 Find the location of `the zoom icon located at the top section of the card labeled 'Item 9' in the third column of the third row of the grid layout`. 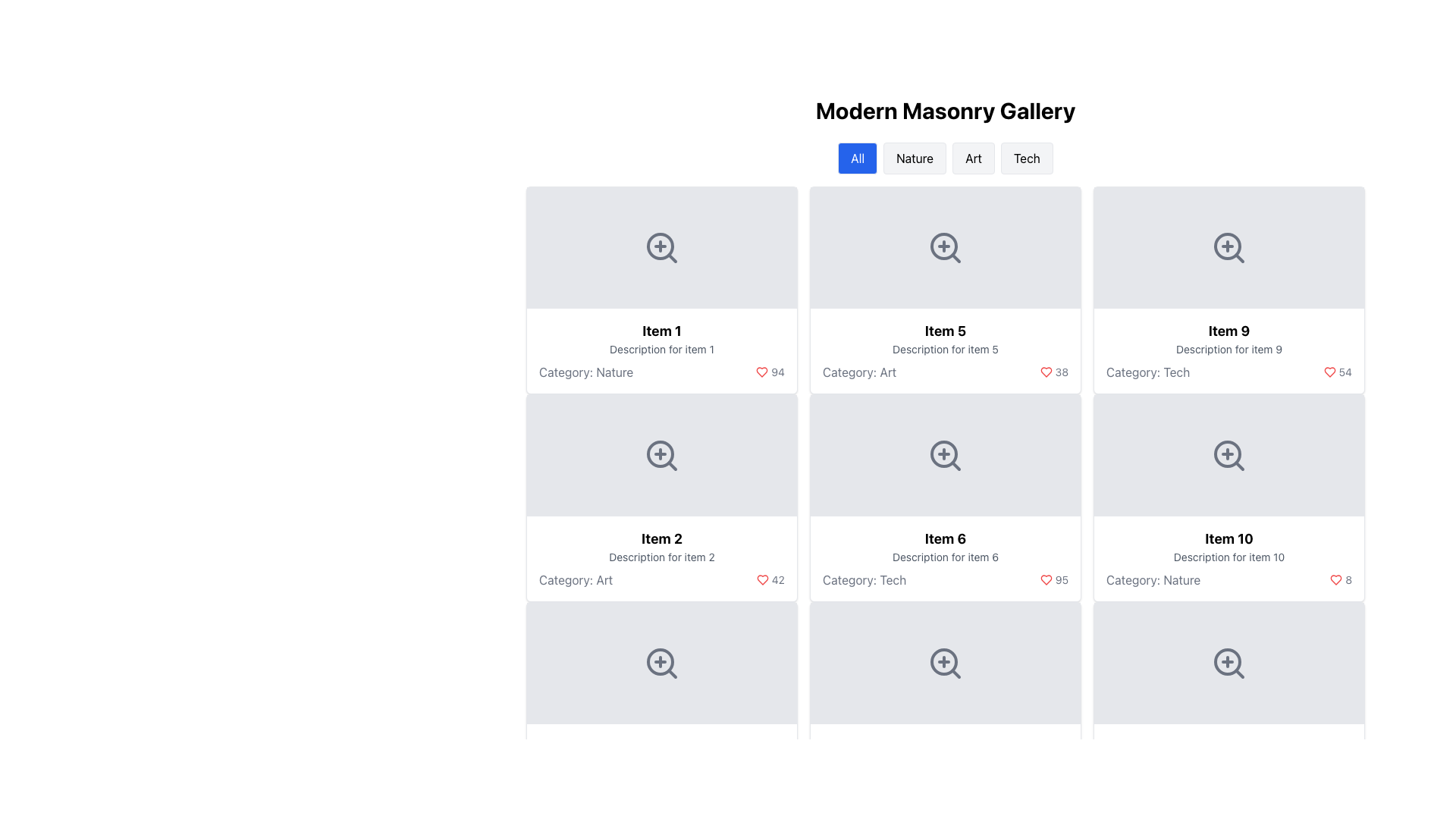

the zoom icon located at the top section of the card labeled 'Item 9' in the third column of the third row of the grid layout is located at coordinates (1229, 247).